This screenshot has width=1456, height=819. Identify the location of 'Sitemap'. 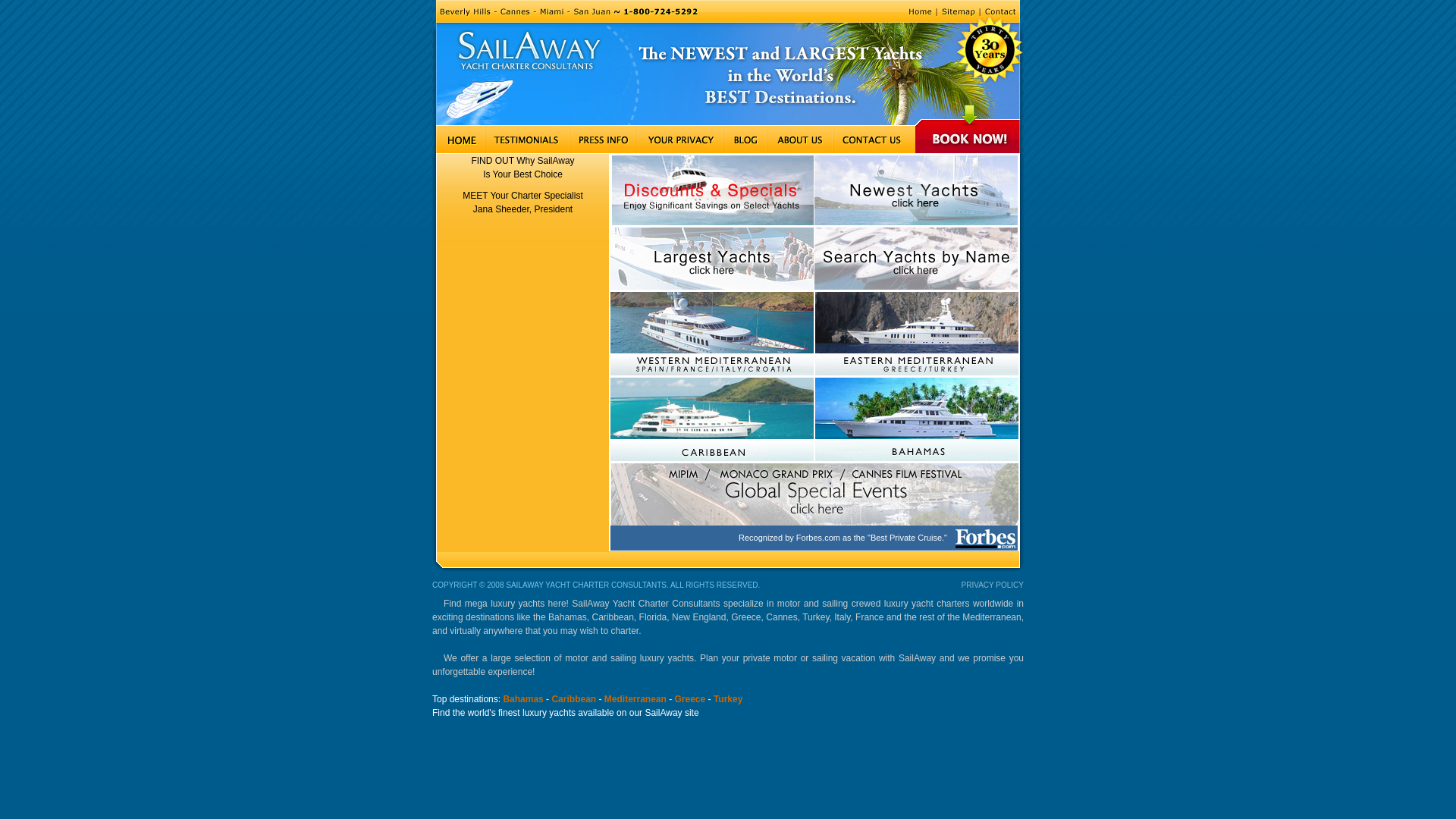
(935, 11).